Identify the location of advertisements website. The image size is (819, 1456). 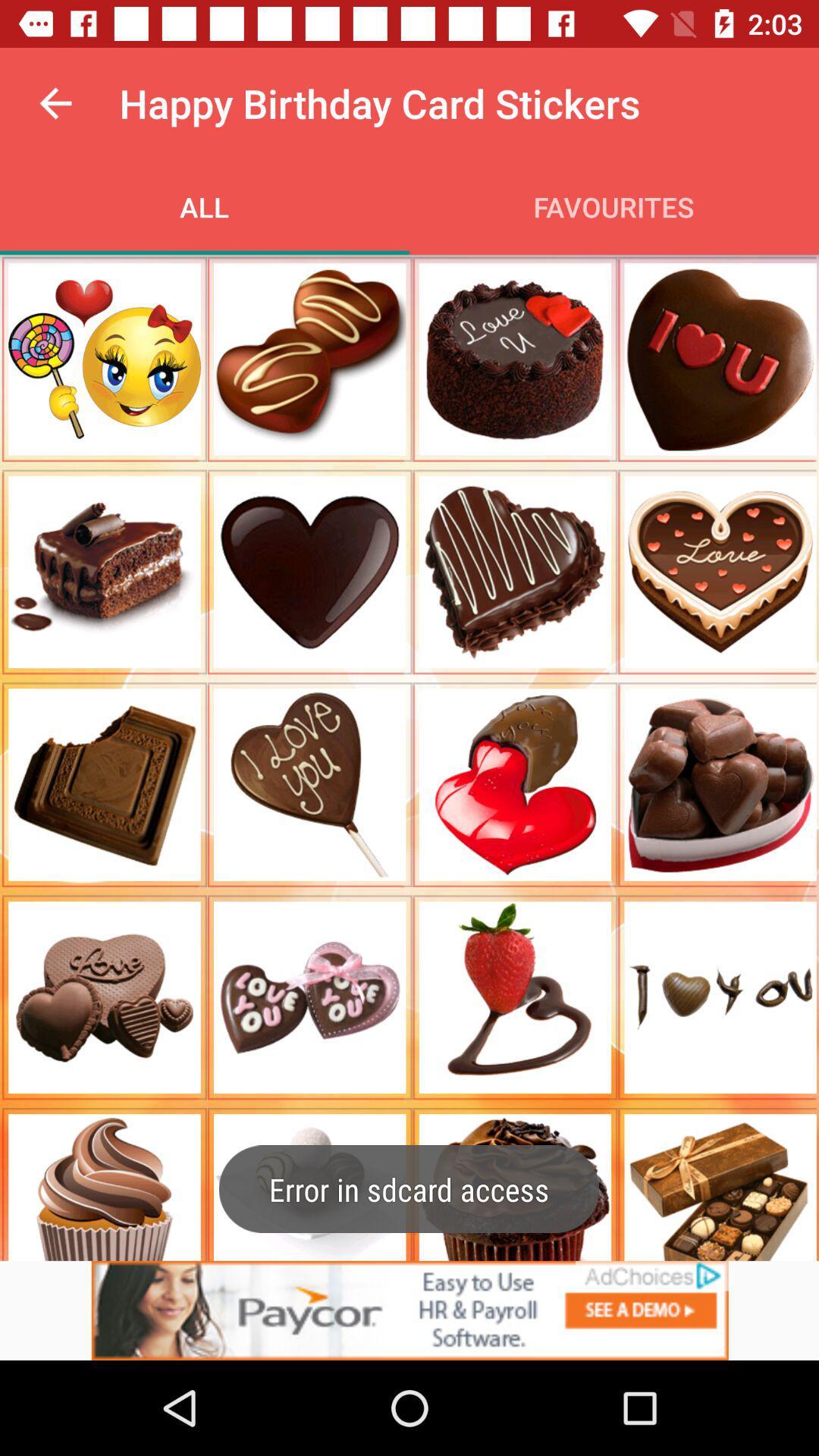
(409, 1310).